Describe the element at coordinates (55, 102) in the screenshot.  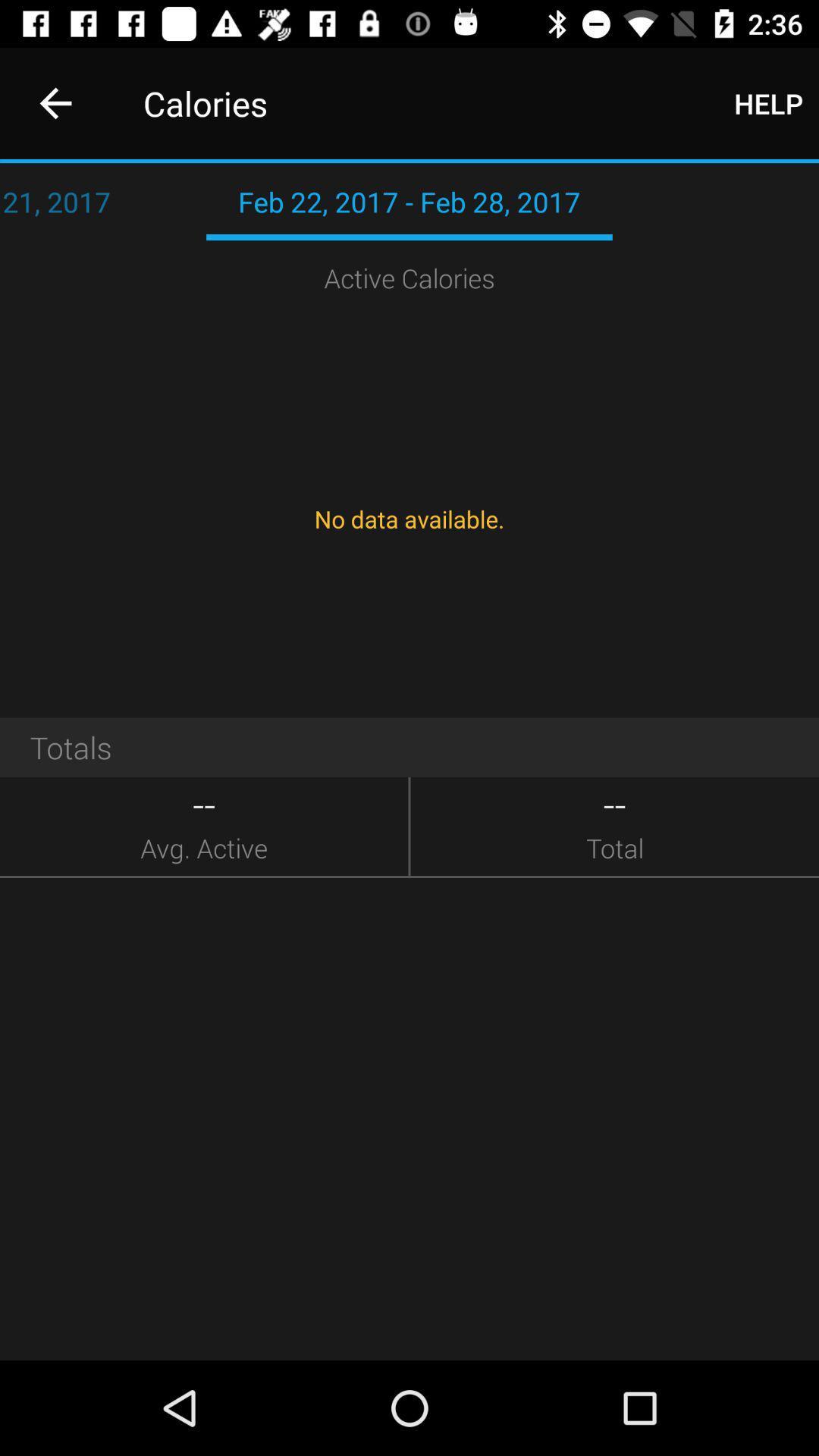
I see `the item next to the calories` at that location.